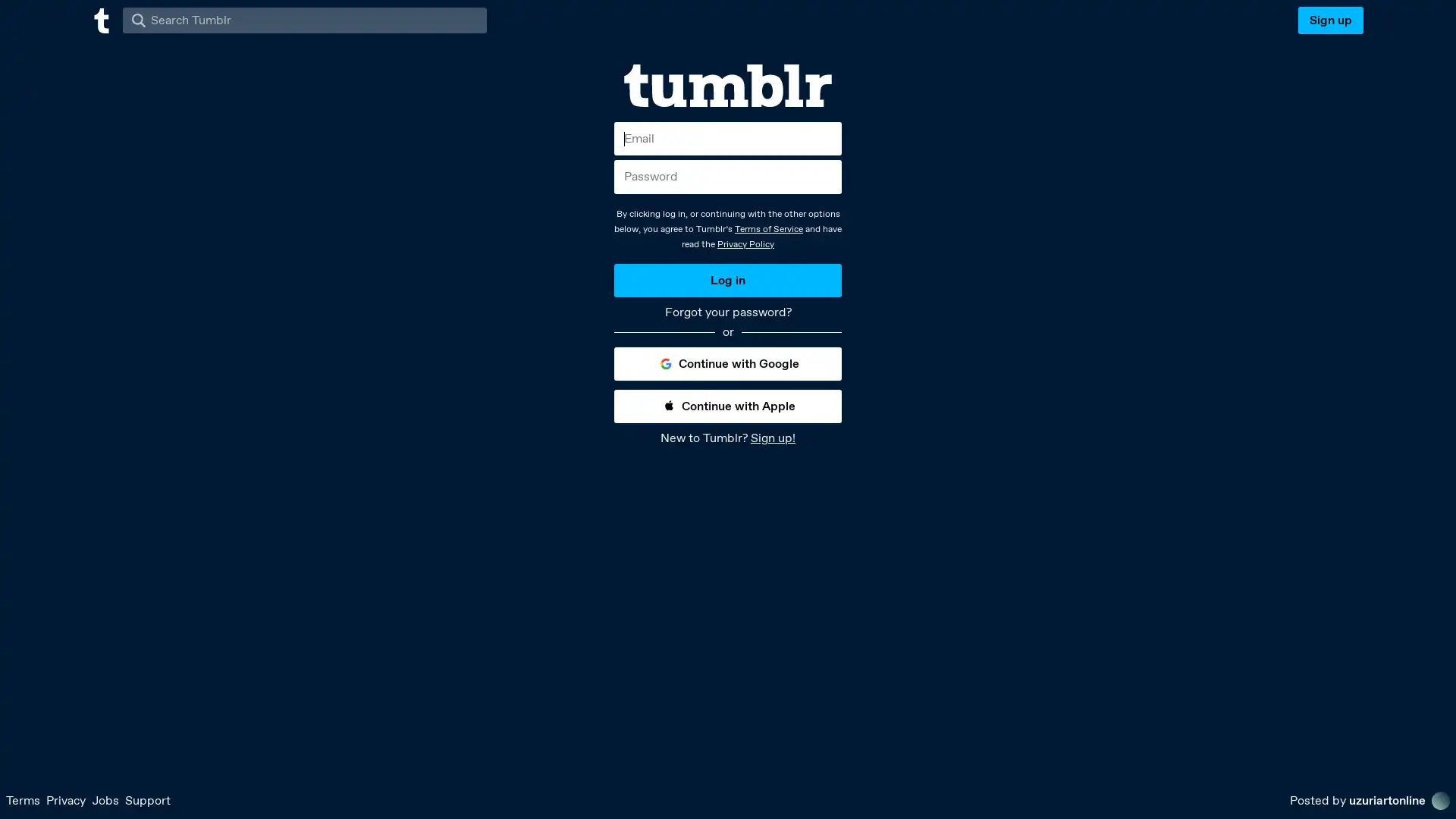 The width and height of the screenshot is (1456, 819). Describe the element at coordinates (728, 280) in the screenshot. I see `Log in` at that location.